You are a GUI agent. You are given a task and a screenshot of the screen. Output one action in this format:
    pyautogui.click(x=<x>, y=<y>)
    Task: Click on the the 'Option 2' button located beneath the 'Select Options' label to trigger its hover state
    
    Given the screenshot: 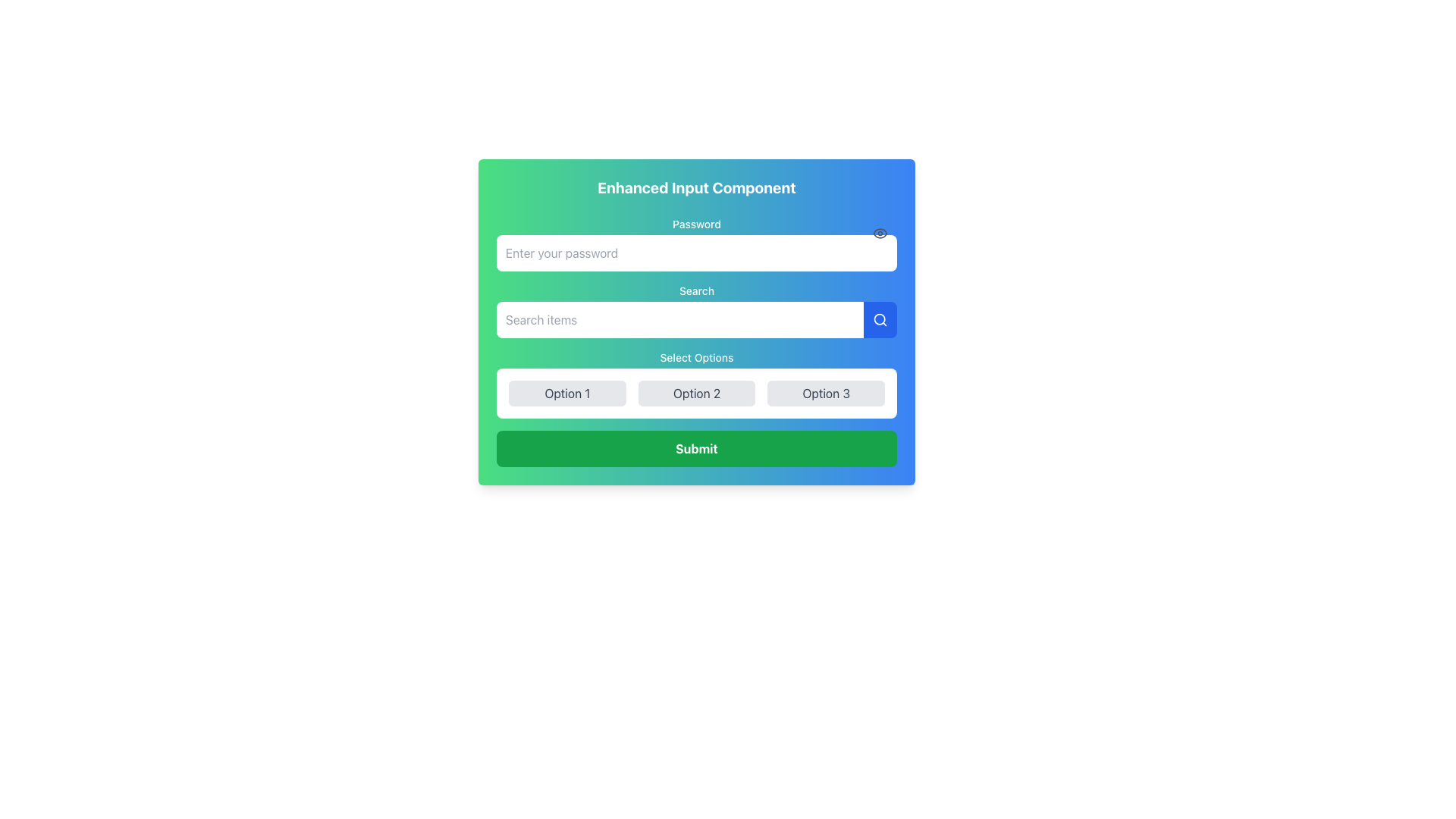 What is the action you would take?
    pyautogui.click(x=695, y=393)
    